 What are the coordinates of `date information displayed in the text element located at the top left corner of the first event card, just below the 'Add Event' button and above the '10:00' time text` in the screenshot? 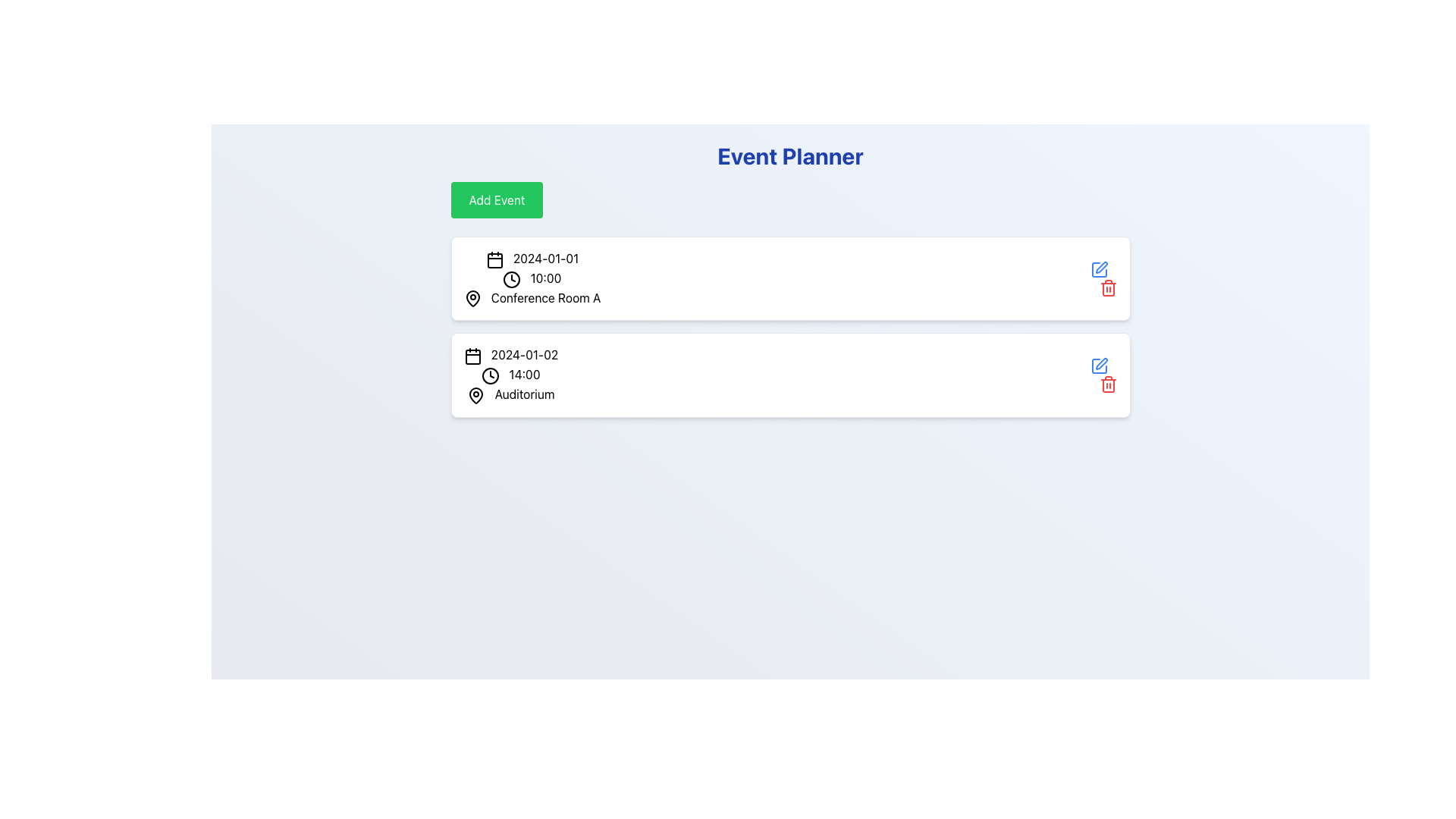 It's located at (532, 258).